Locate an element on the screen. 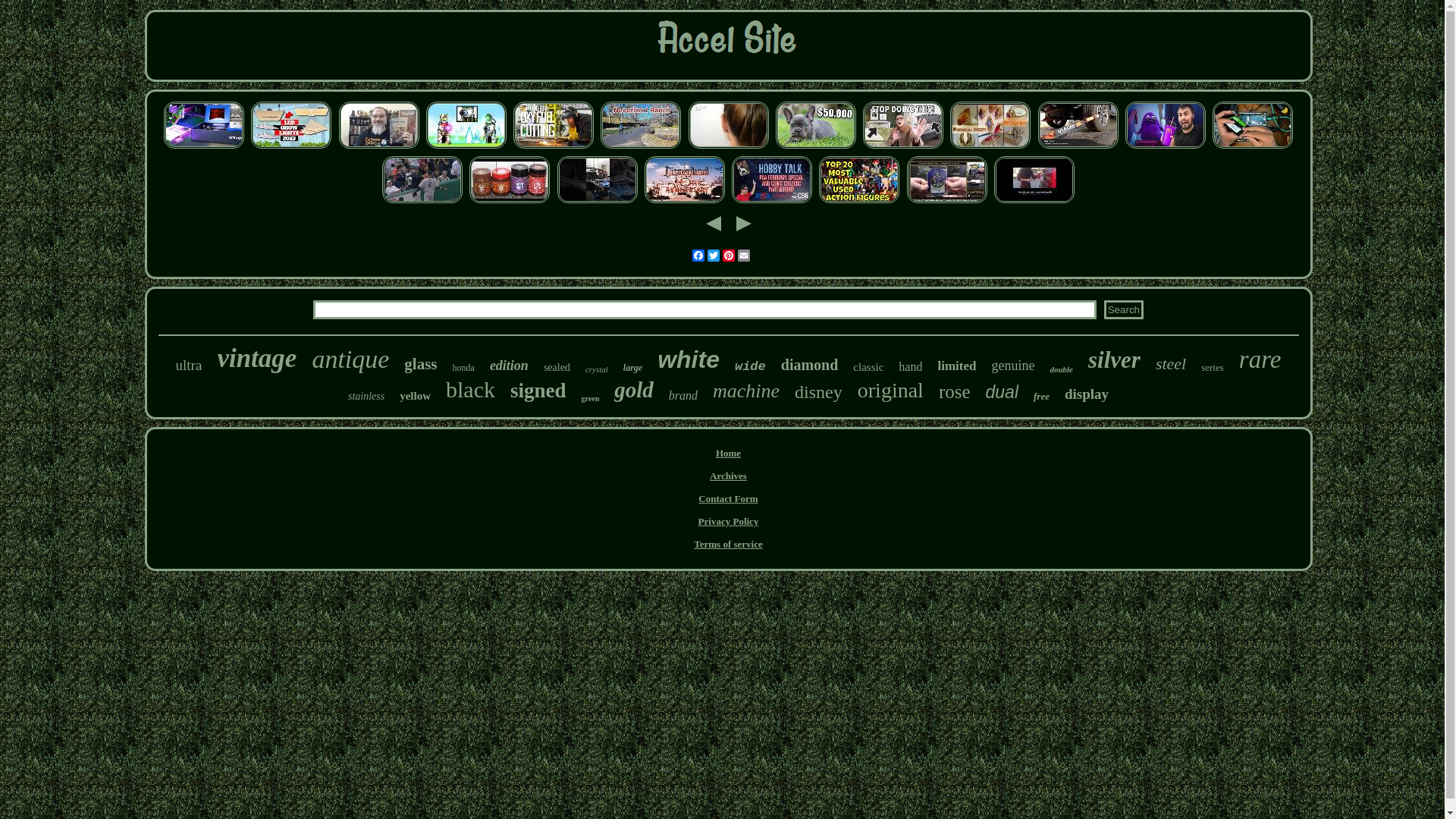 The width and height of the screenshot is (1456, 819). 'vintage' is located at coordinates (256, 359).